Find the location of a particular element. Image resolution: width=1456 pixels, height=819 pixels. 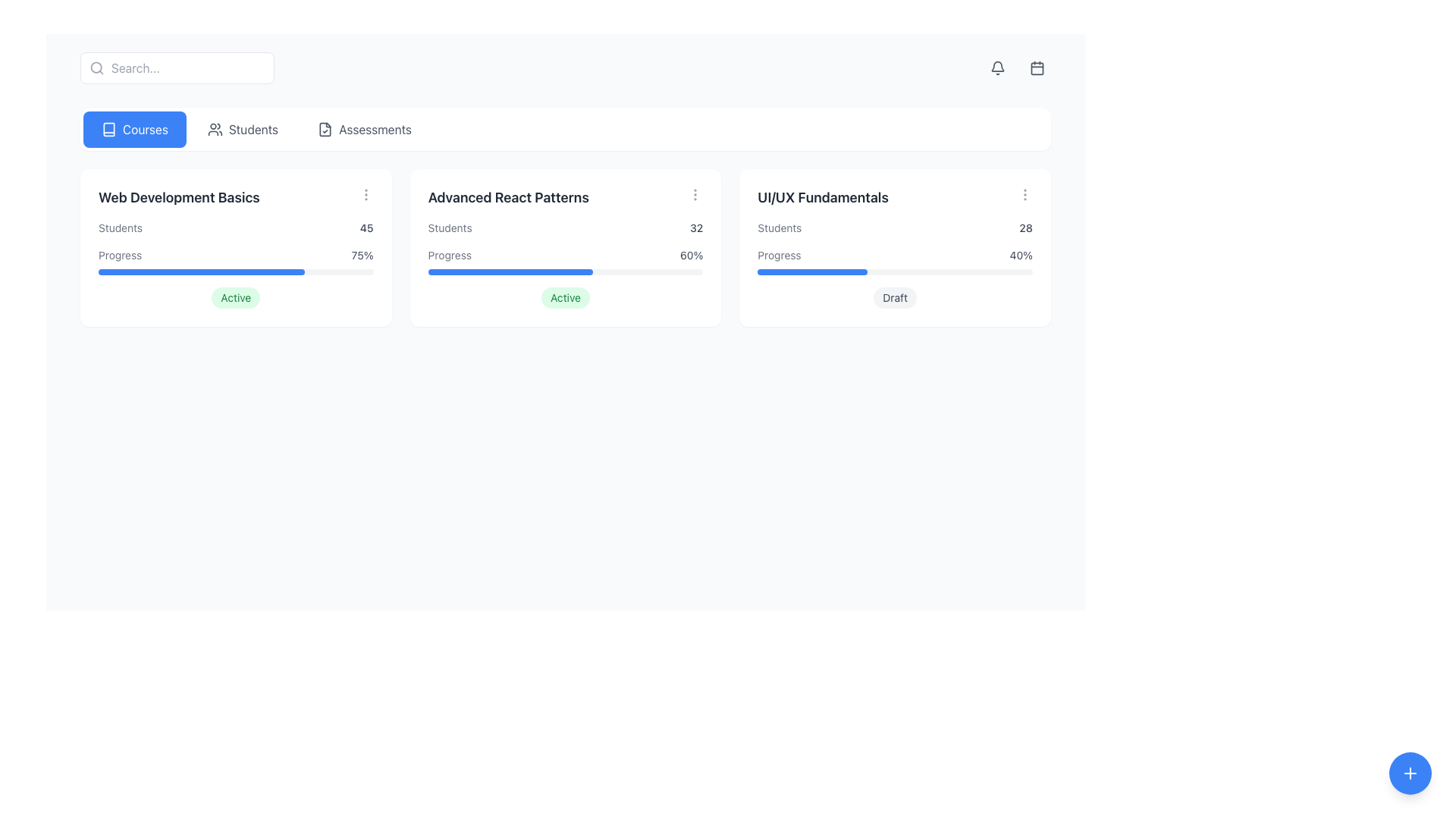

the vertical ellipsis icon located at the top-right corner of the 'UI/UX Fundamentals' card is located at coordinates (1025, 194).